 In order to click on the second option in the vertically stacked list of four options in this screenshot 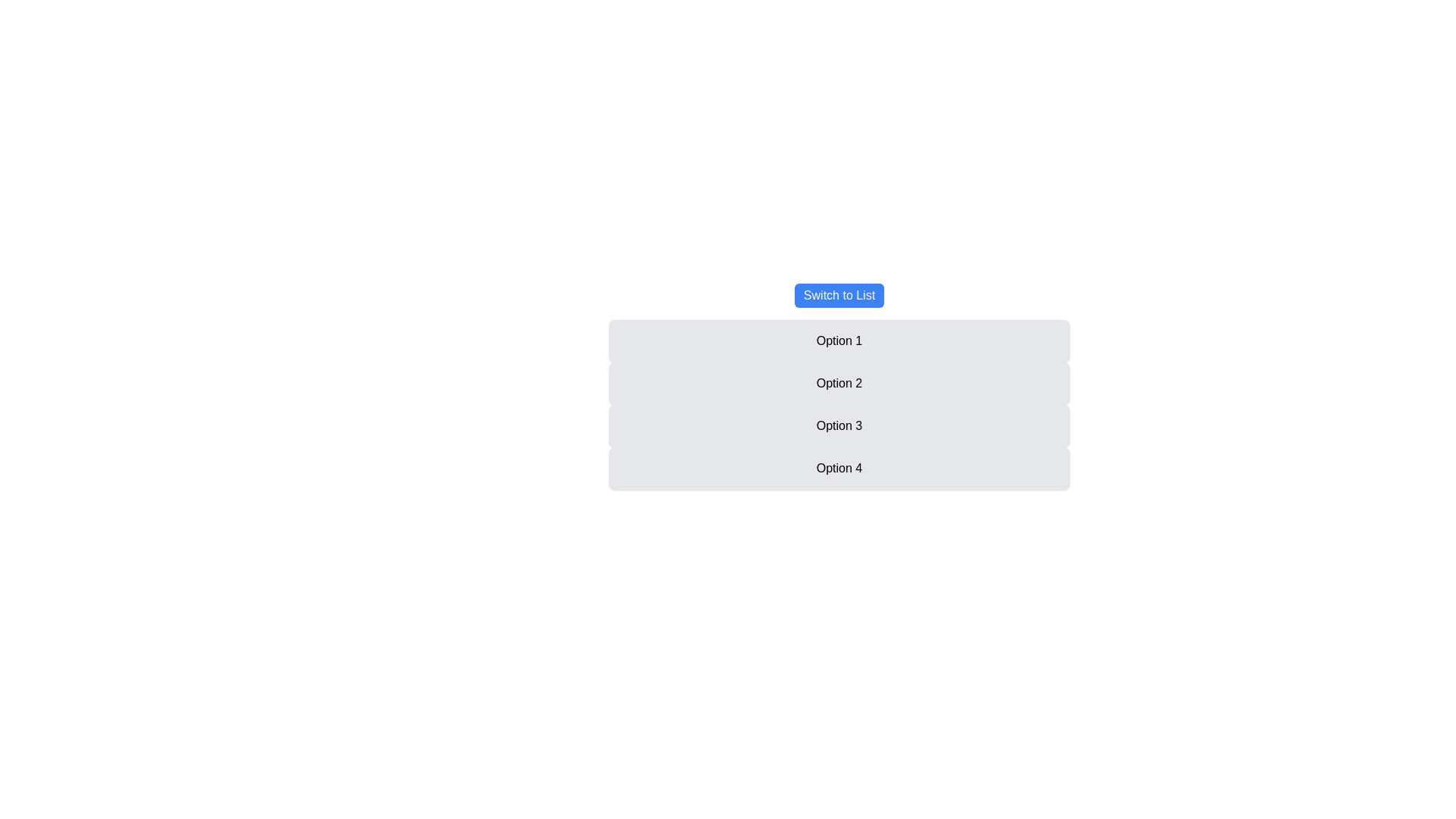, I will do `click(839, 403)`.